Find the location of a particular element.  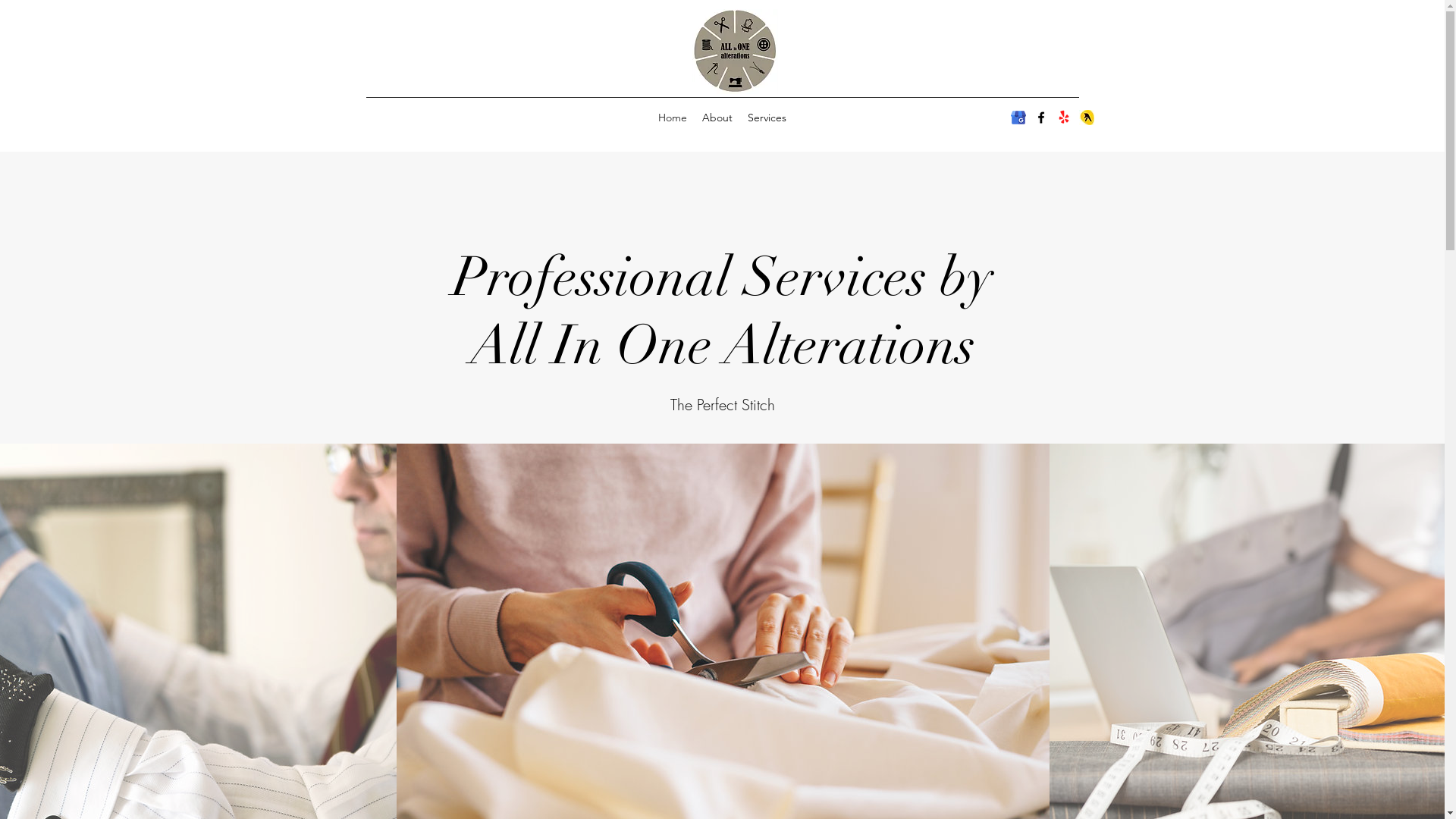

'Home' is located at coordinates (651, 116).